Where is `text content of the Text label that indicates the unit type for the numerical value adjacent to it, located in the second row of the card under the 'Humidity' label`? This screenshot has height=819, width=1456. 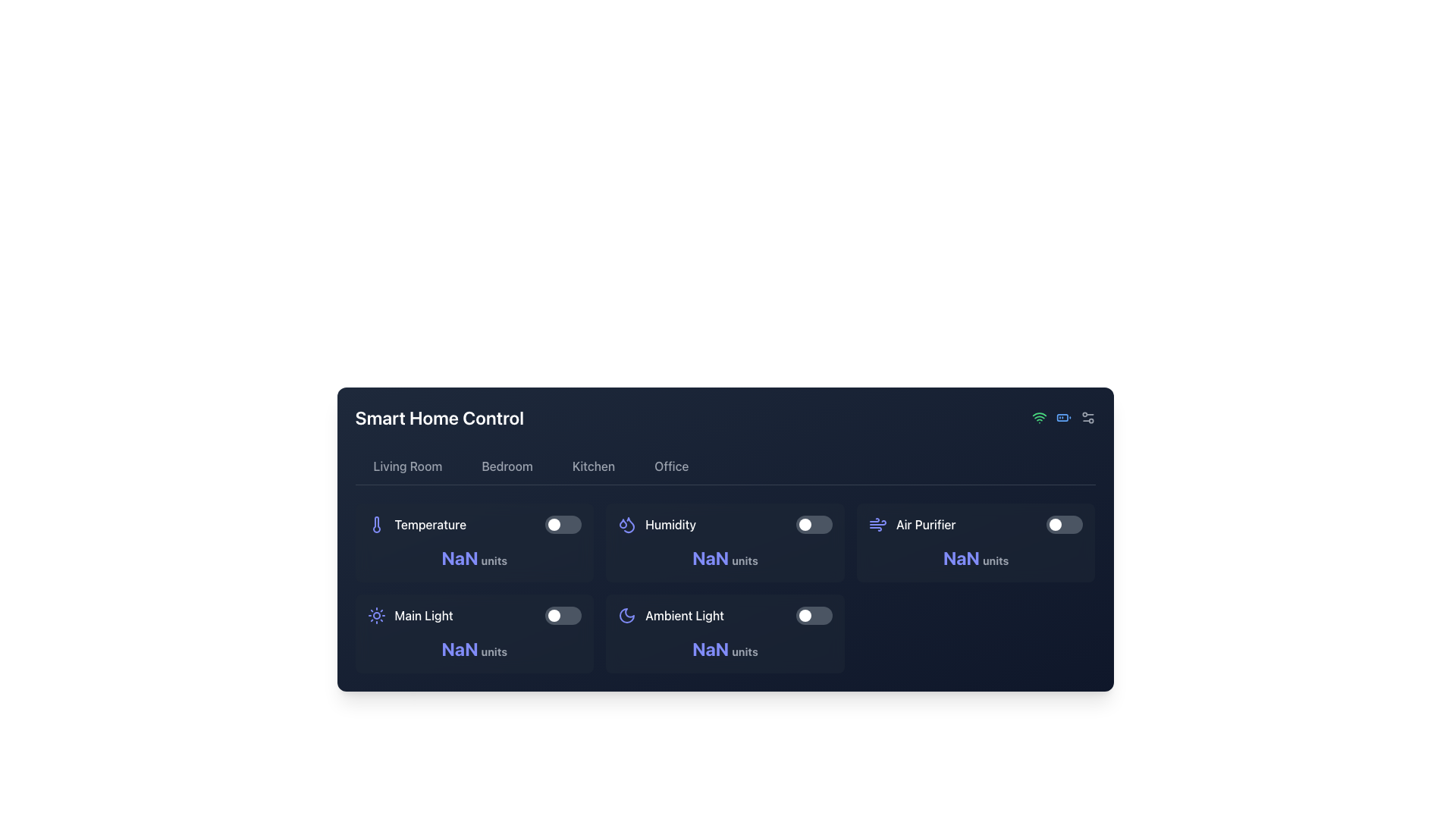 text content of the Text label that indicates the unit type for the numerical value adjacent to it, located in the second row of the card under the 'Humidity' label is located at coordinates (745, 560).